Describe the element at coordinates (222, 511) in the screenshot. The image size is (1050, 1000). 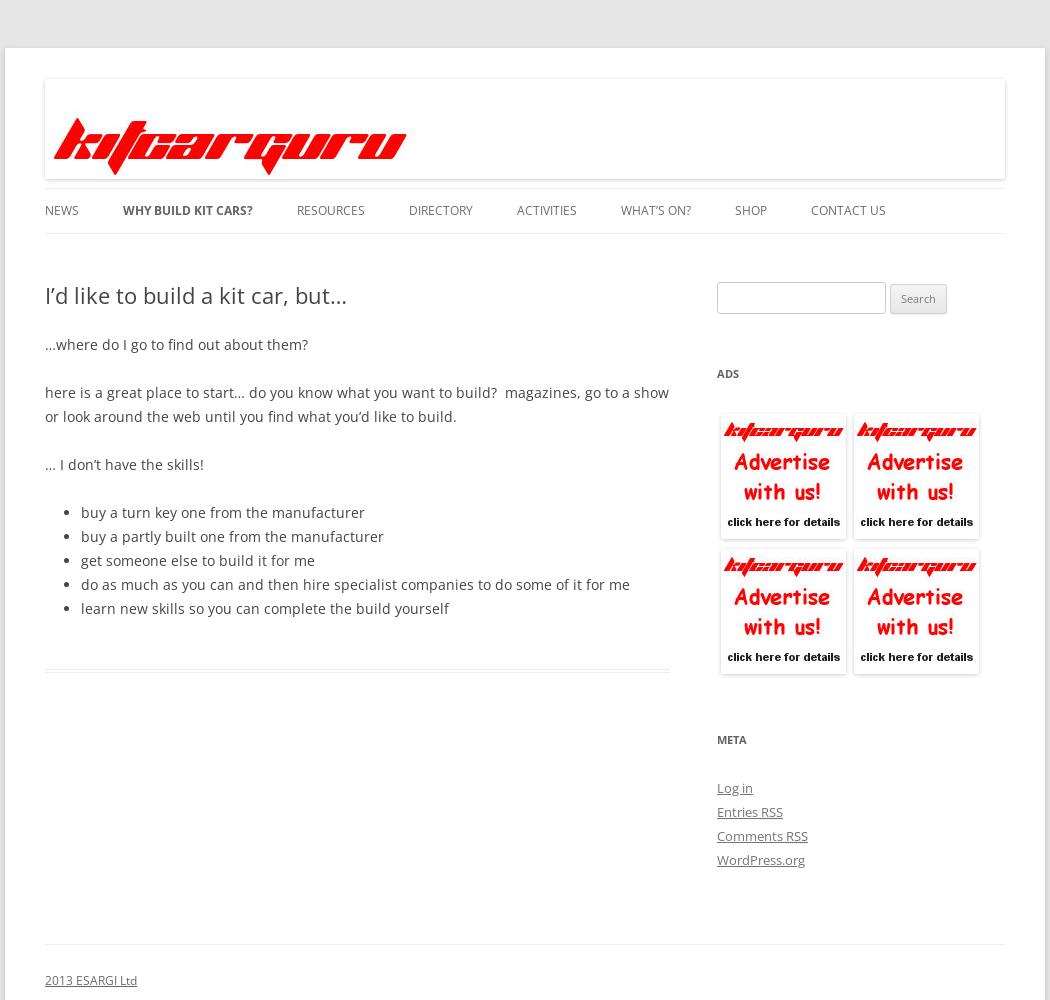
I see `'buy a turn key one from the manufacturer'` at that location.